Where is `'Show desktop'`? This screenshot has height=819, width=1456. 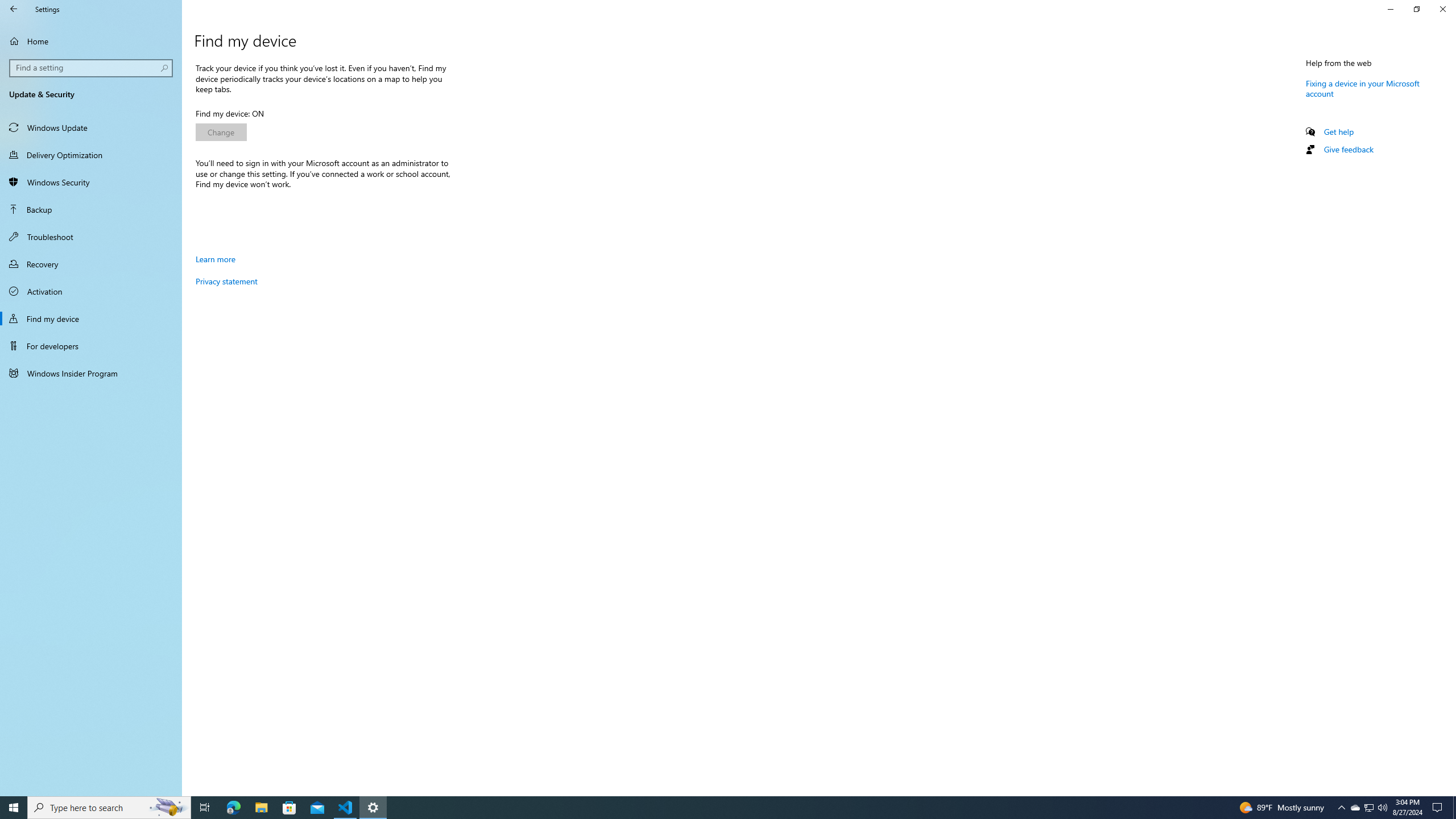 'Show desktop' is located at coordinates (1454, 806).